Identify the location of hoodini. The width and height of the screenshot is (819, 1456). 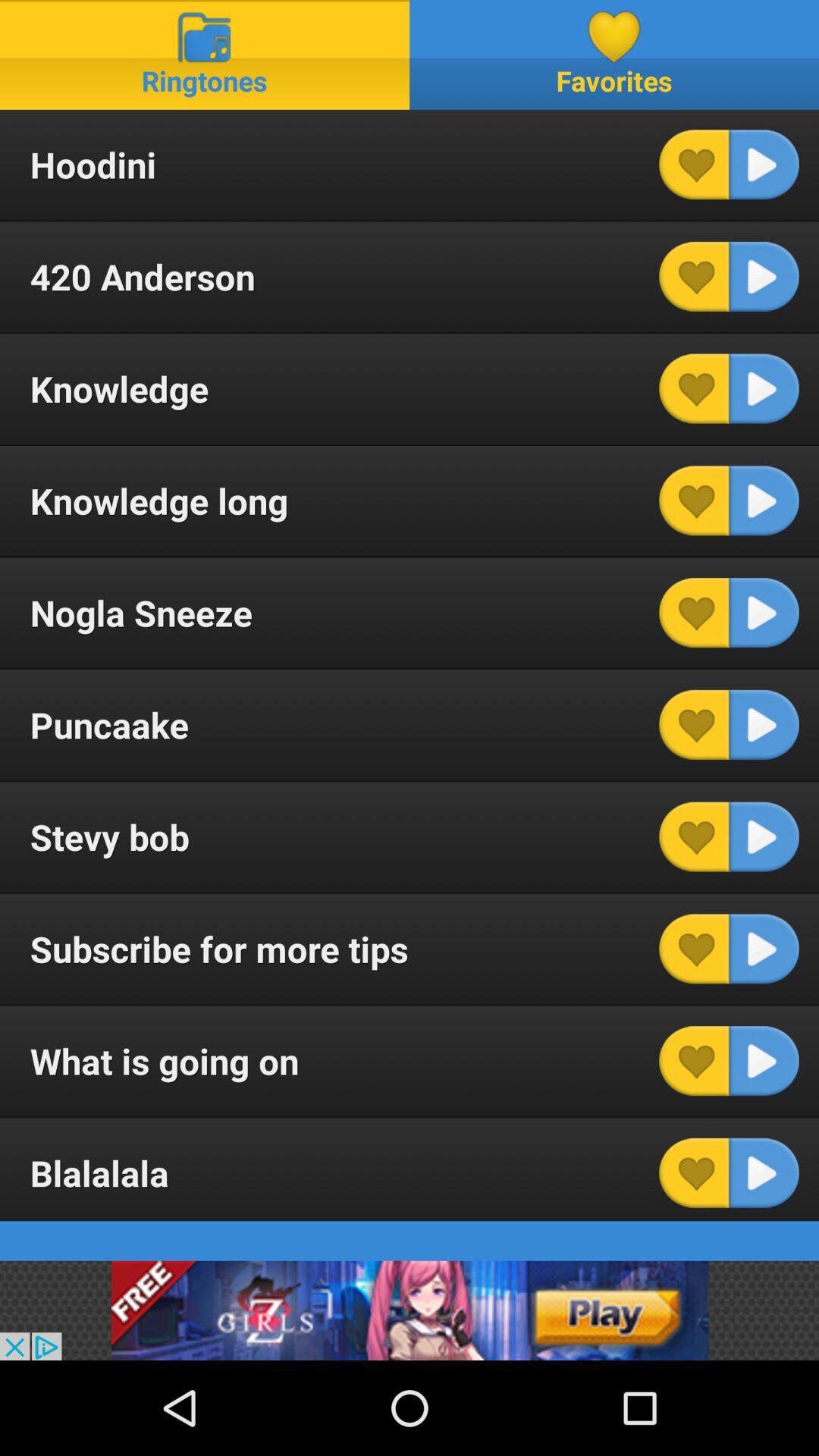
(764, 165).